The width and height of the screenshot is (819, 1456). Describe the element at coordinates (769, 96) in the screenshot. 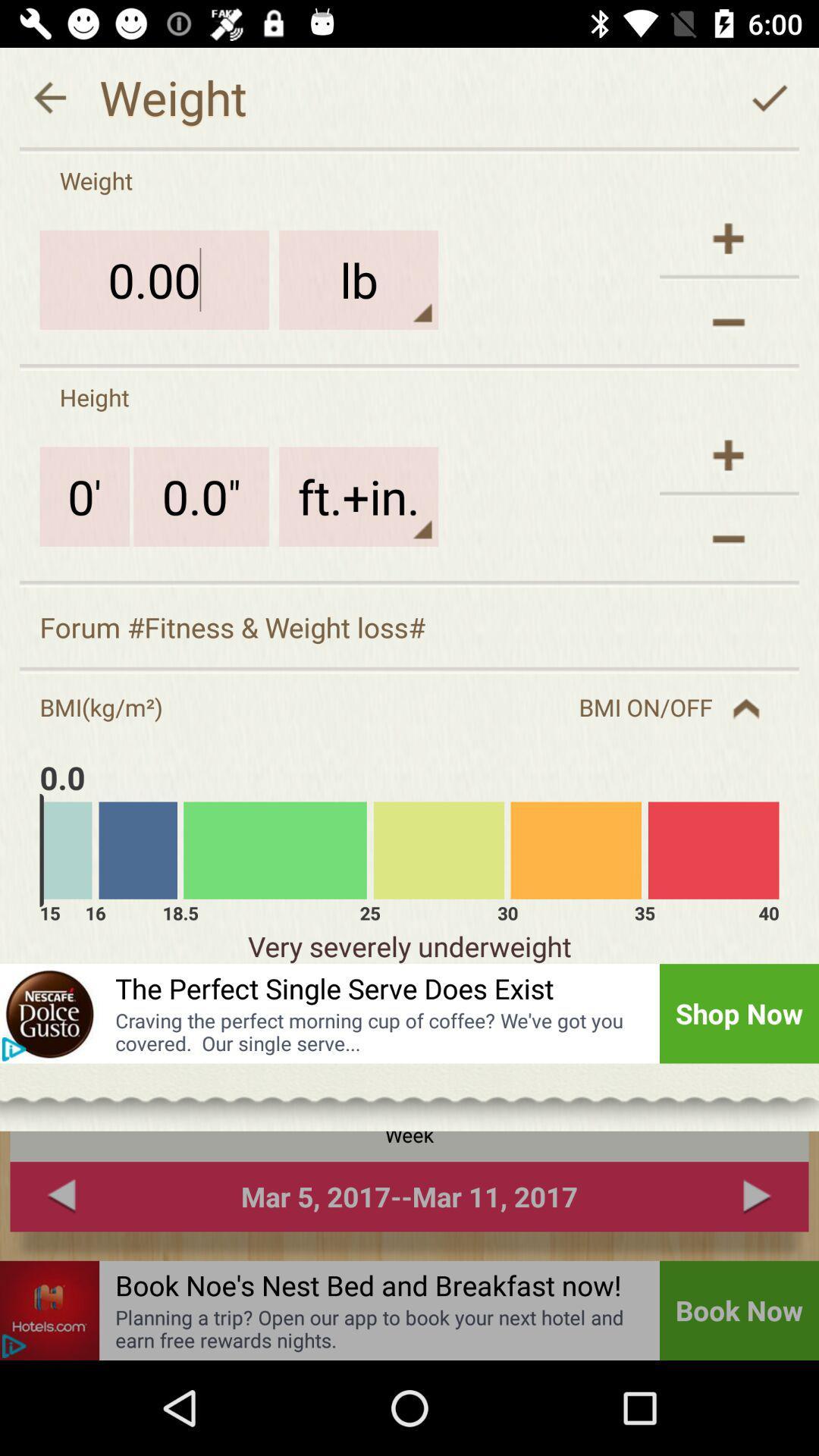

I see `the check icon` at that location.